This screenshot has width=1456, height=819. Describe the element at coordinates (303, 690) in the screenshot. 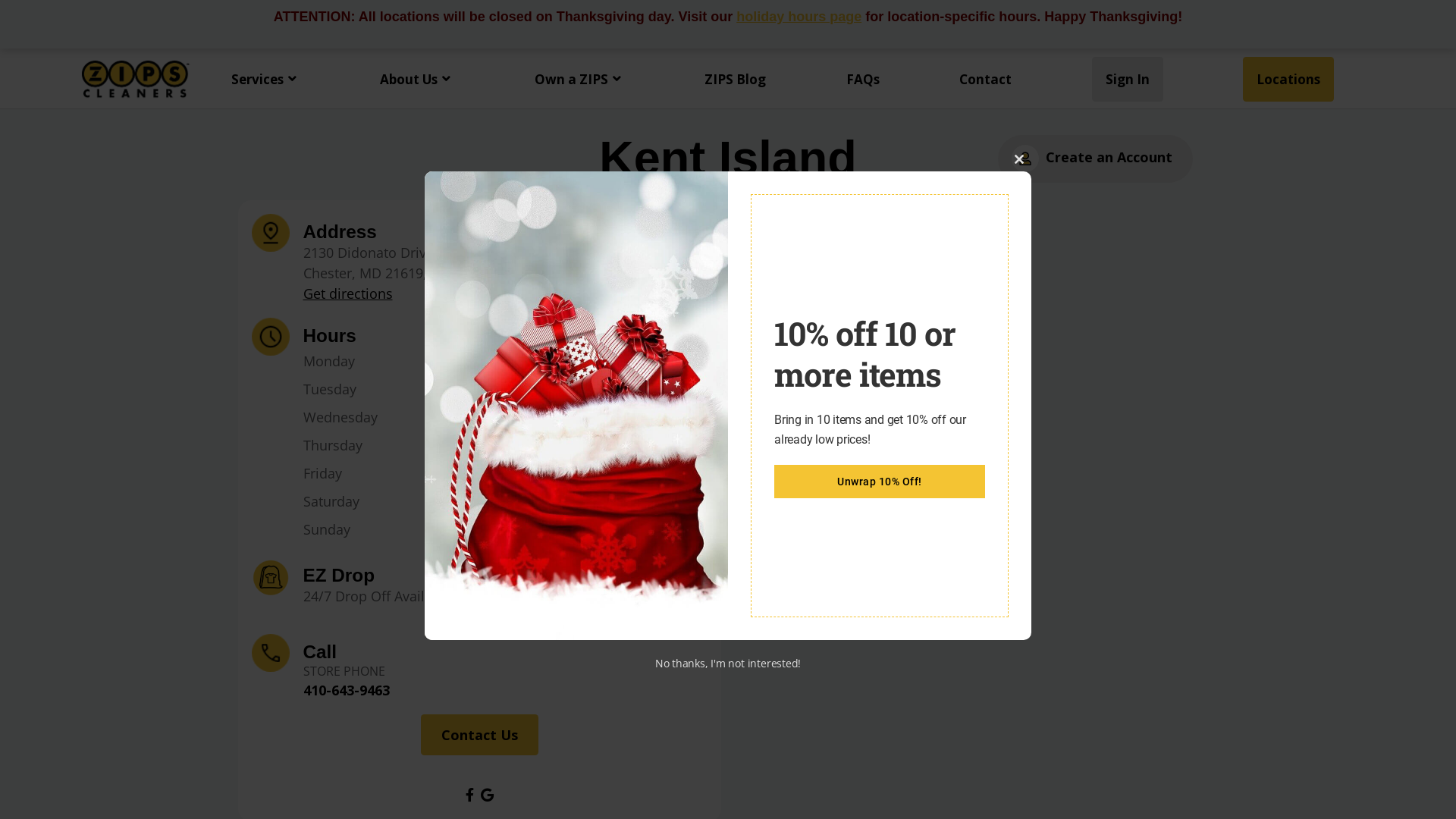

I see `'410-643-9463'` at that location.